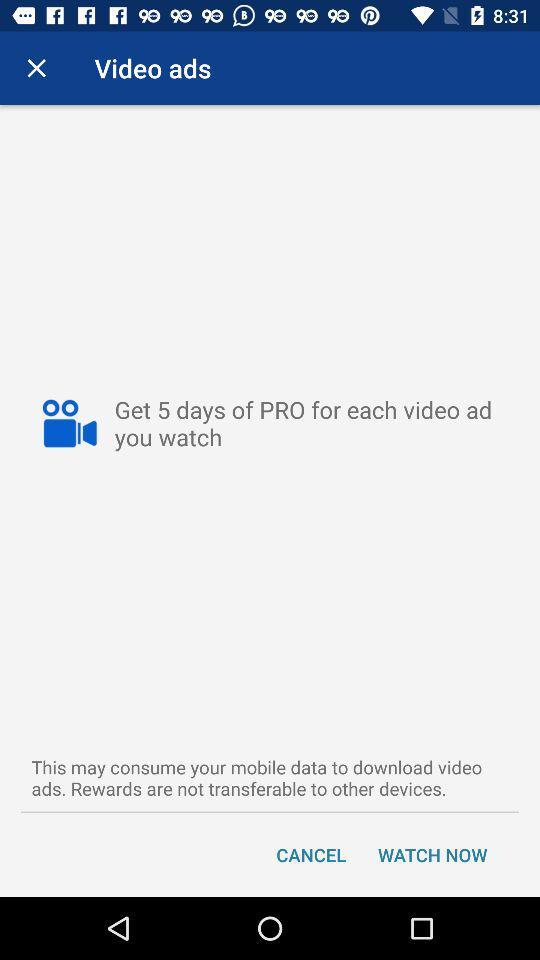 The width and height of the screenshot is (540, 960). What do you see at coordinates (311, 853) in the screenshot?
I see `cancel` at bounding box center [311, 853].